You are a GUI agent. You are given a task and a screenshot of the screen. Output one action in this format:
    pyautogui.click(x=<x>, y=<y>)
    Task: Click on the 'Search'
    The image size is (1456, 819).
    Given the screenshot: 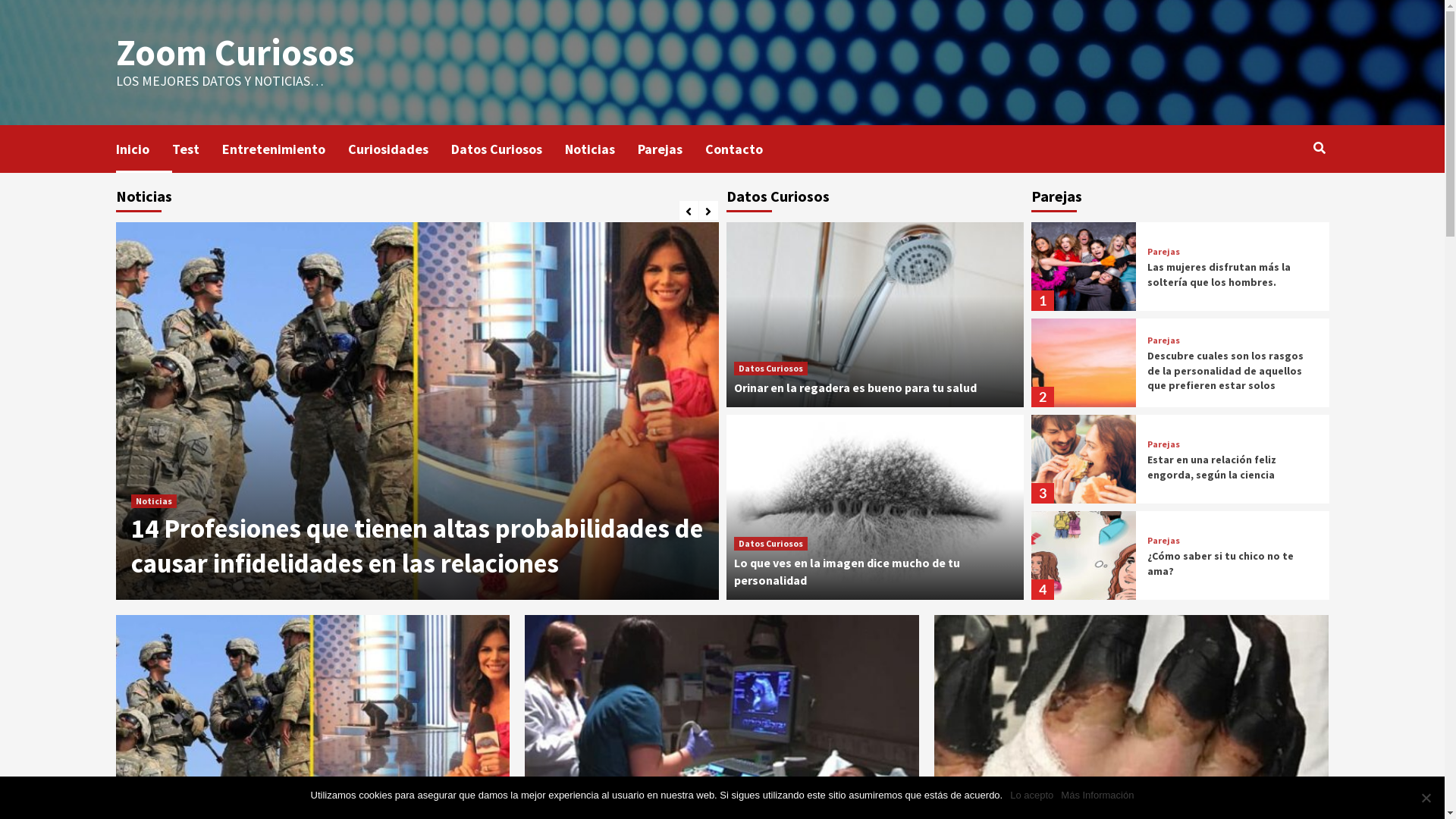 What is the action you would take?
    pyautogui.click(x=1310, y=148)
    